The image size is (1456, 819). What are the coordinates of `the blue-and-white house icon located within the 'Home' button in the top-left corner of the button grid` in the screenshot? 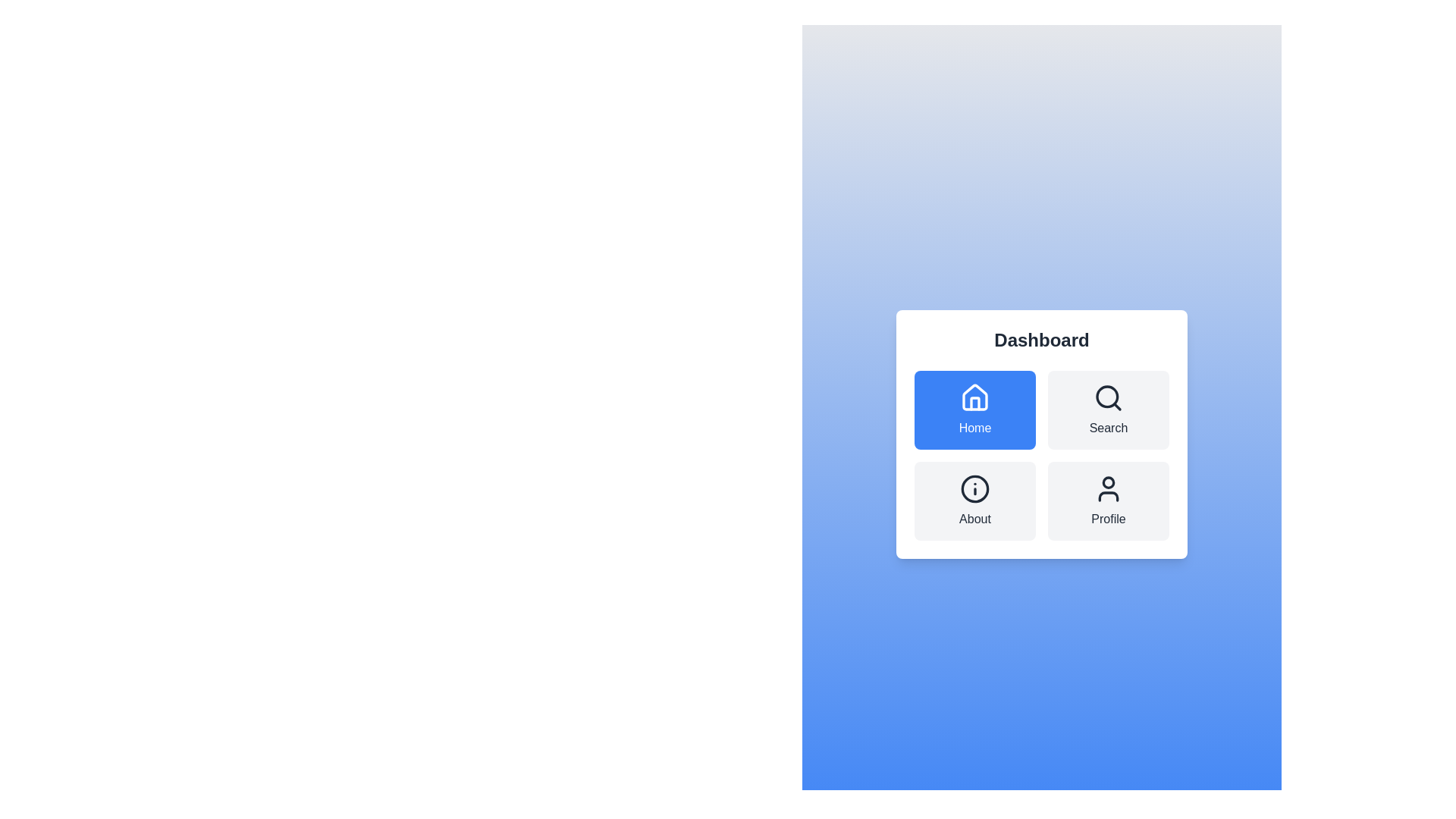 It's located at (975, 397).